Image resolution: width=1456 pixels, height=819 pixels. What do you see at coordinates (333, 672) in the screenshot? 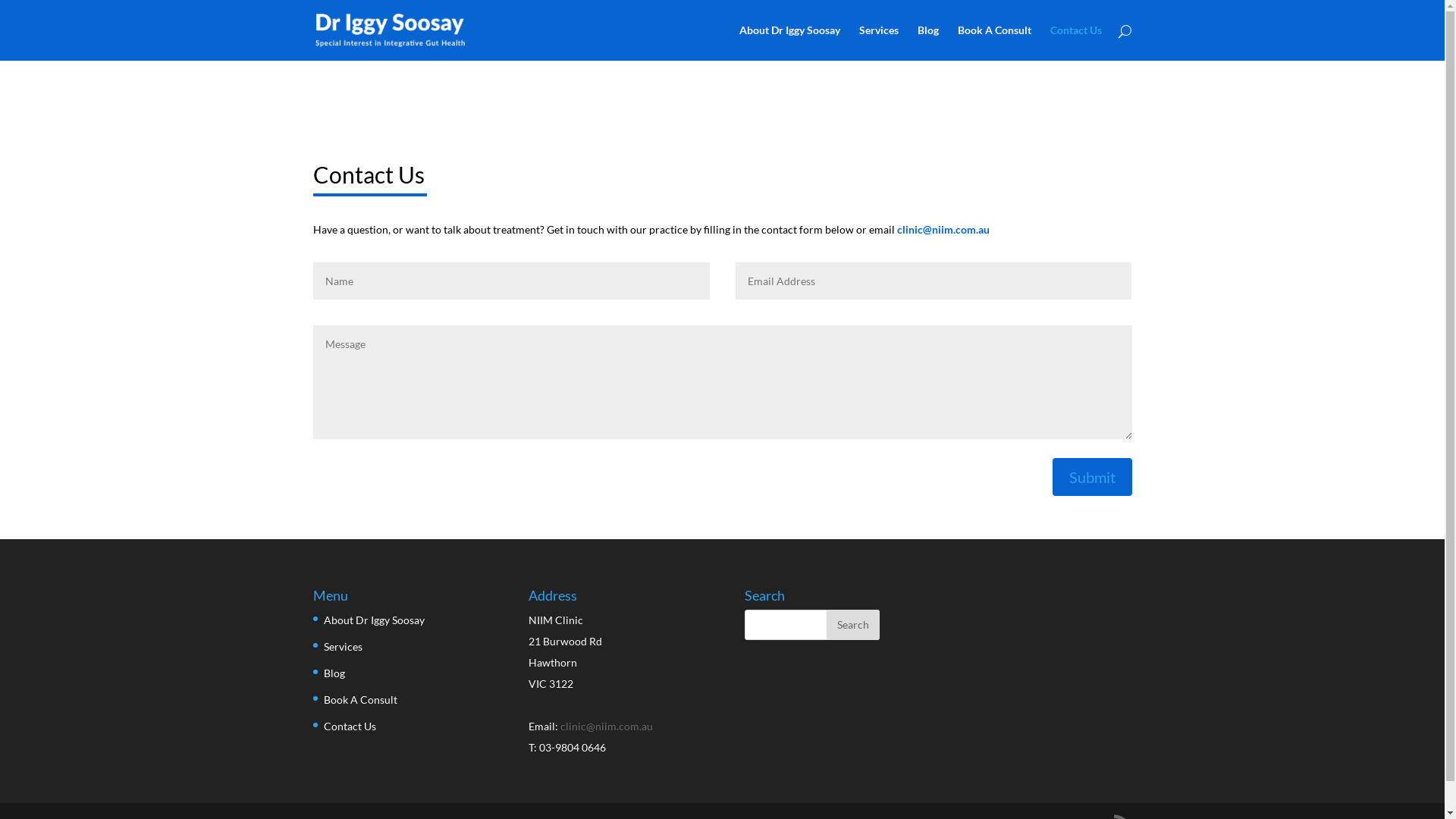
I see `'Blog'` at bounding box center [333, 672].